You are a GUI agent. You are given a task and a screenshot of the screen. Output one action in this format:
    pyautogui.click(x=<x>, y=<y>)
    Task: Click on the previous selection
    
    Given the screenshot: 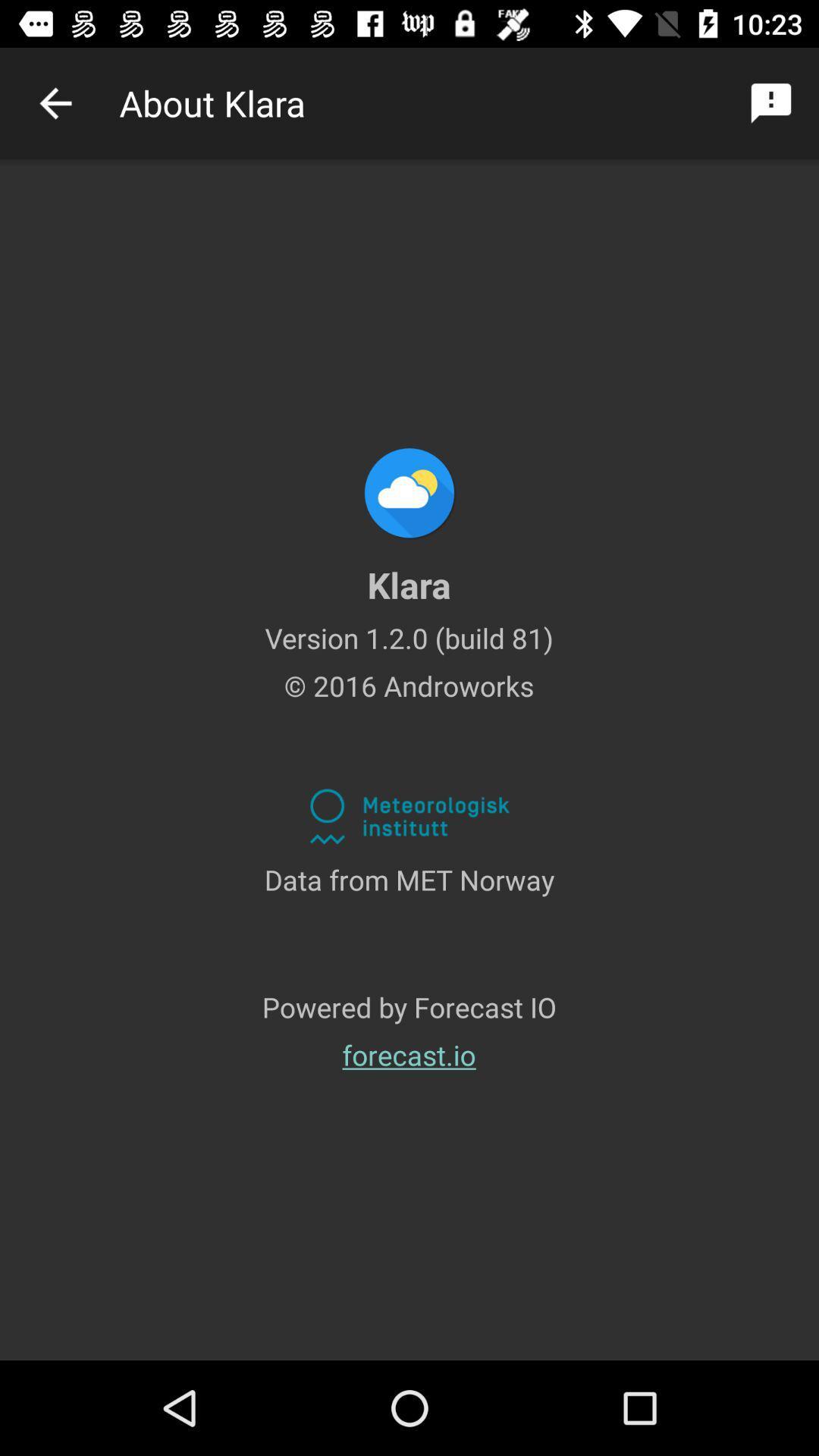 What is the action you would take?
    pyautogui.click(x=55, y=102)
    